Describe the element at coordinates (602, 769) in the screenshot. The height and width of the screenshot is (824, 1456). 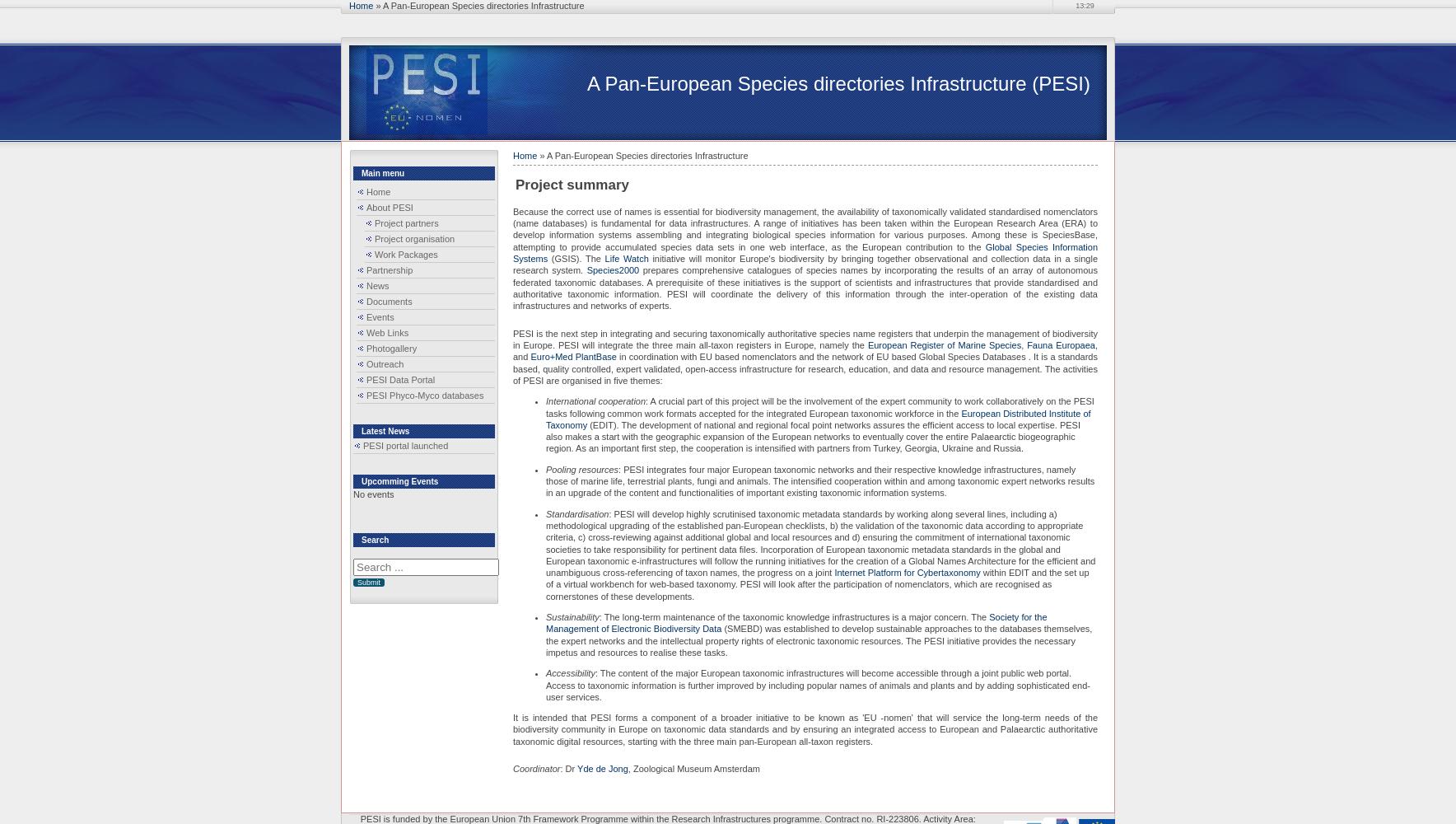
I see `'Yde de Jong'` at that location.